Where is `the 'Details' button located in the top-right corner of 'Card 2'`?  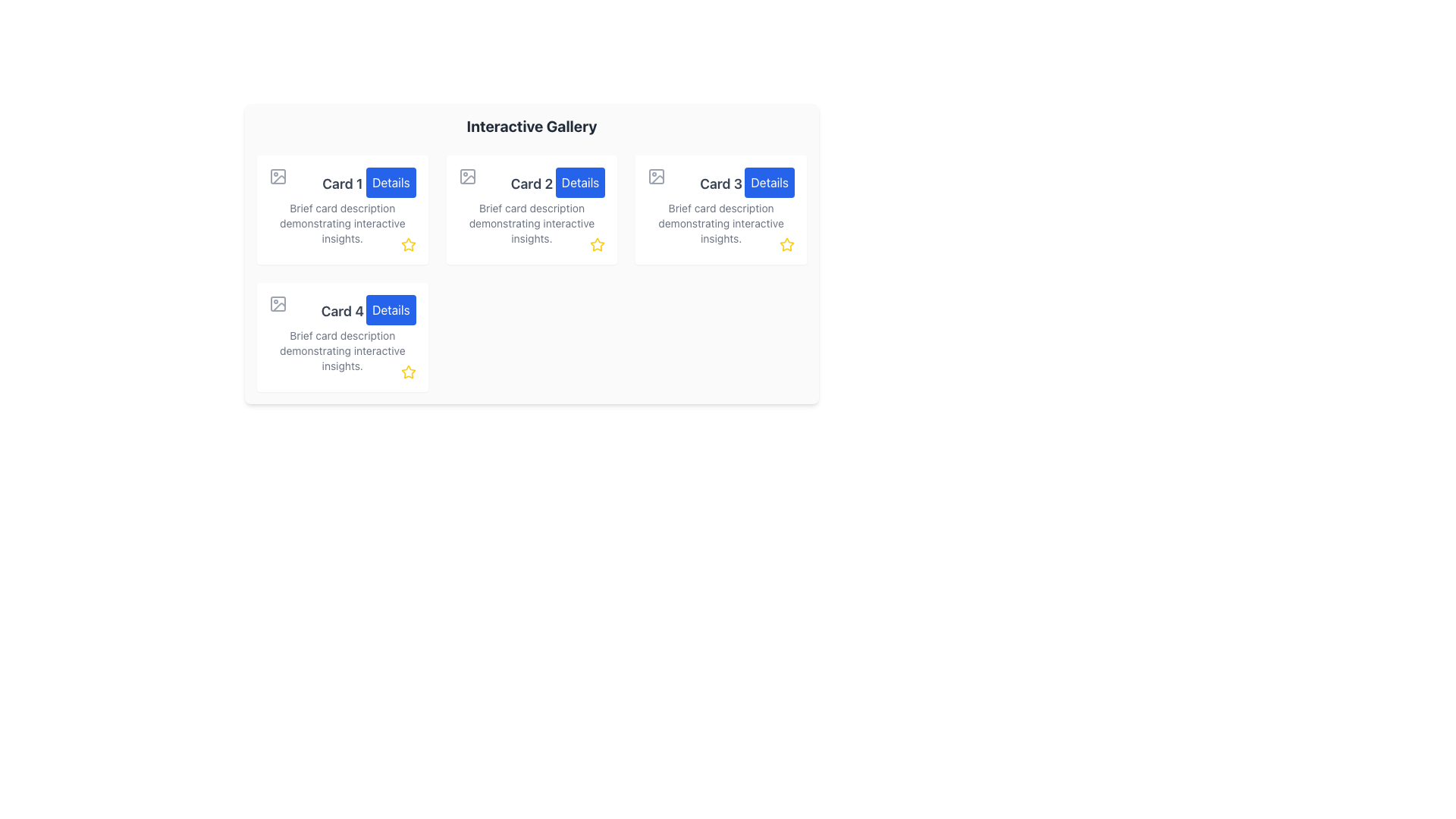 the 'Details' button located in the top-right corner of 'Card 2' is located at coordinates (579, 181).